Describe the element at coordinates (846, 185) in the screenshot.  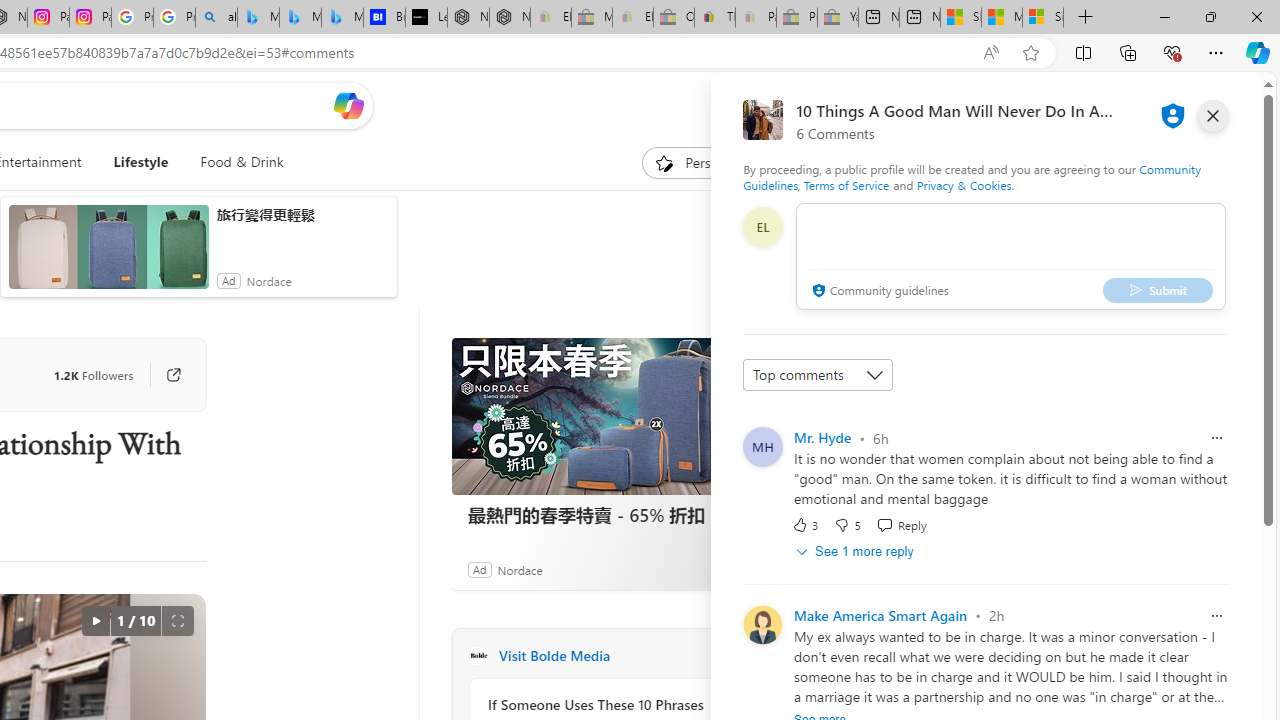
I see `'Terms of Service'` at that location.